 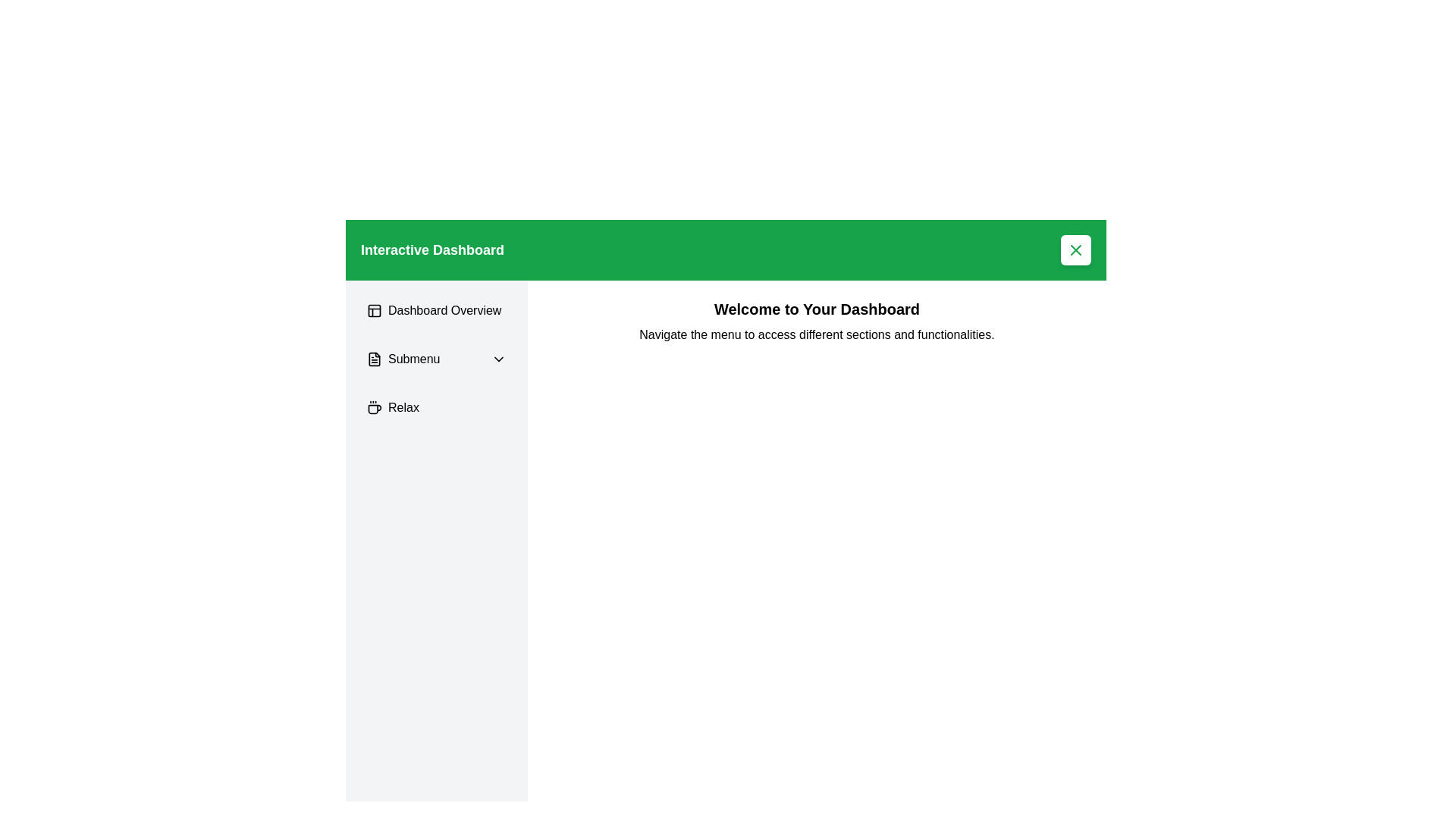 I want to click on the close button represented by an 'X' icon with green strokes and a white background, located in the top-right corner of the green header bar, so click(x=1075, y=249).